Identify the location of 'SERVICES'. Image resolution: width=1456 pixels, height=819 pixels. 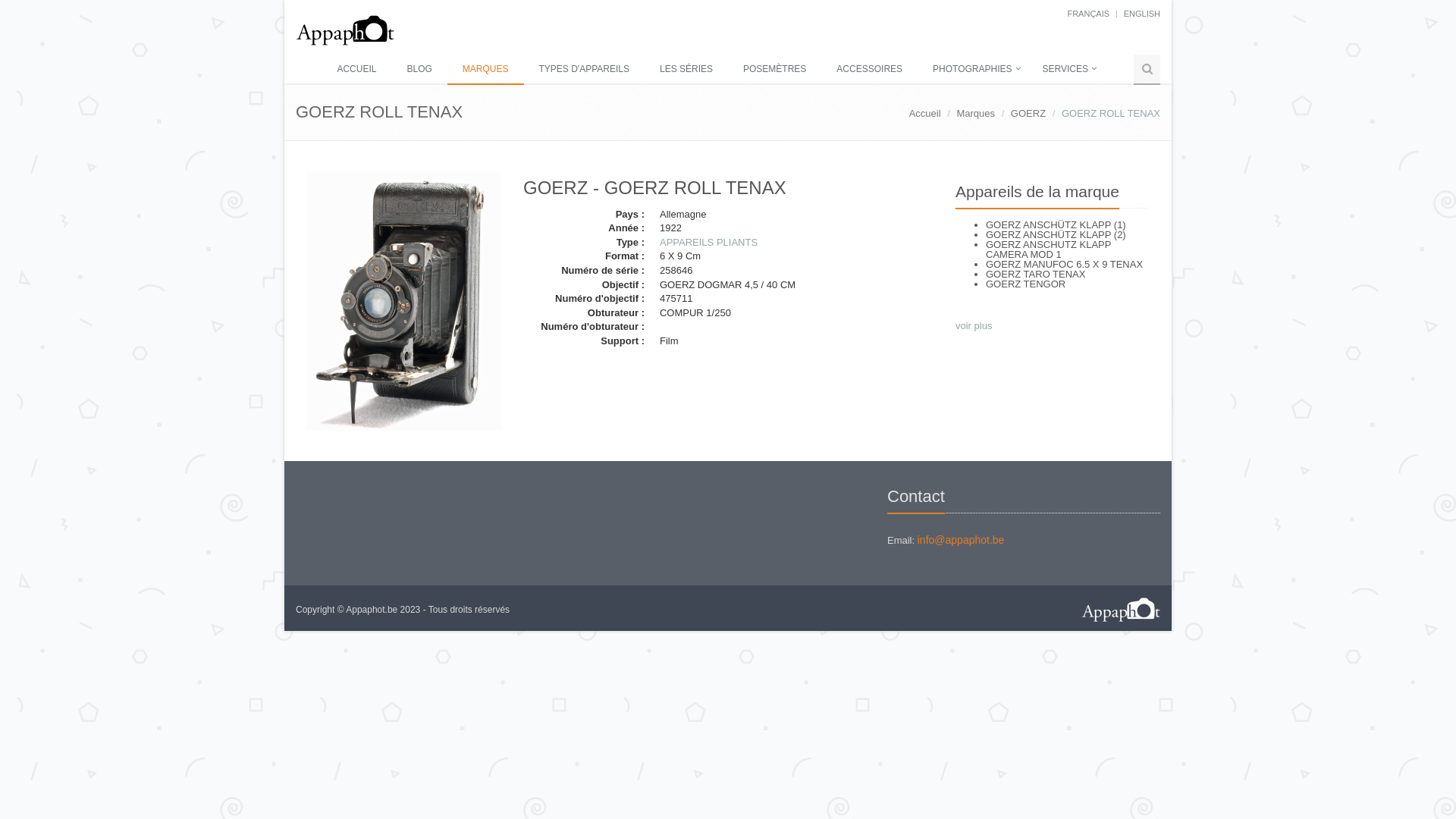
(1027, 70).